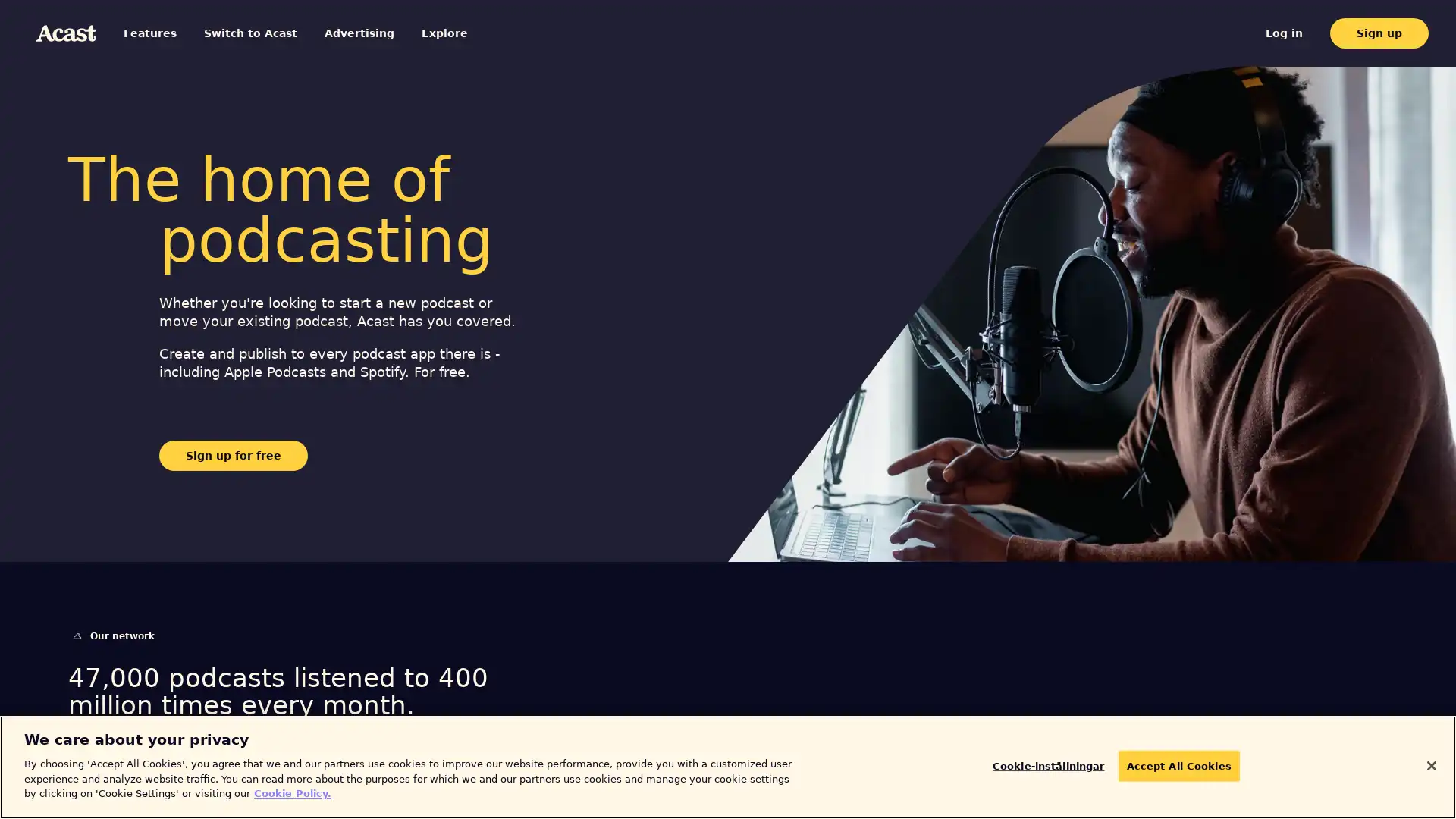 The height and width of the screenshot is (819, 1456). What do you see at coordinates (1430, 765) in the screenshot?
I see `Close` at bounding box center [1430, 765].